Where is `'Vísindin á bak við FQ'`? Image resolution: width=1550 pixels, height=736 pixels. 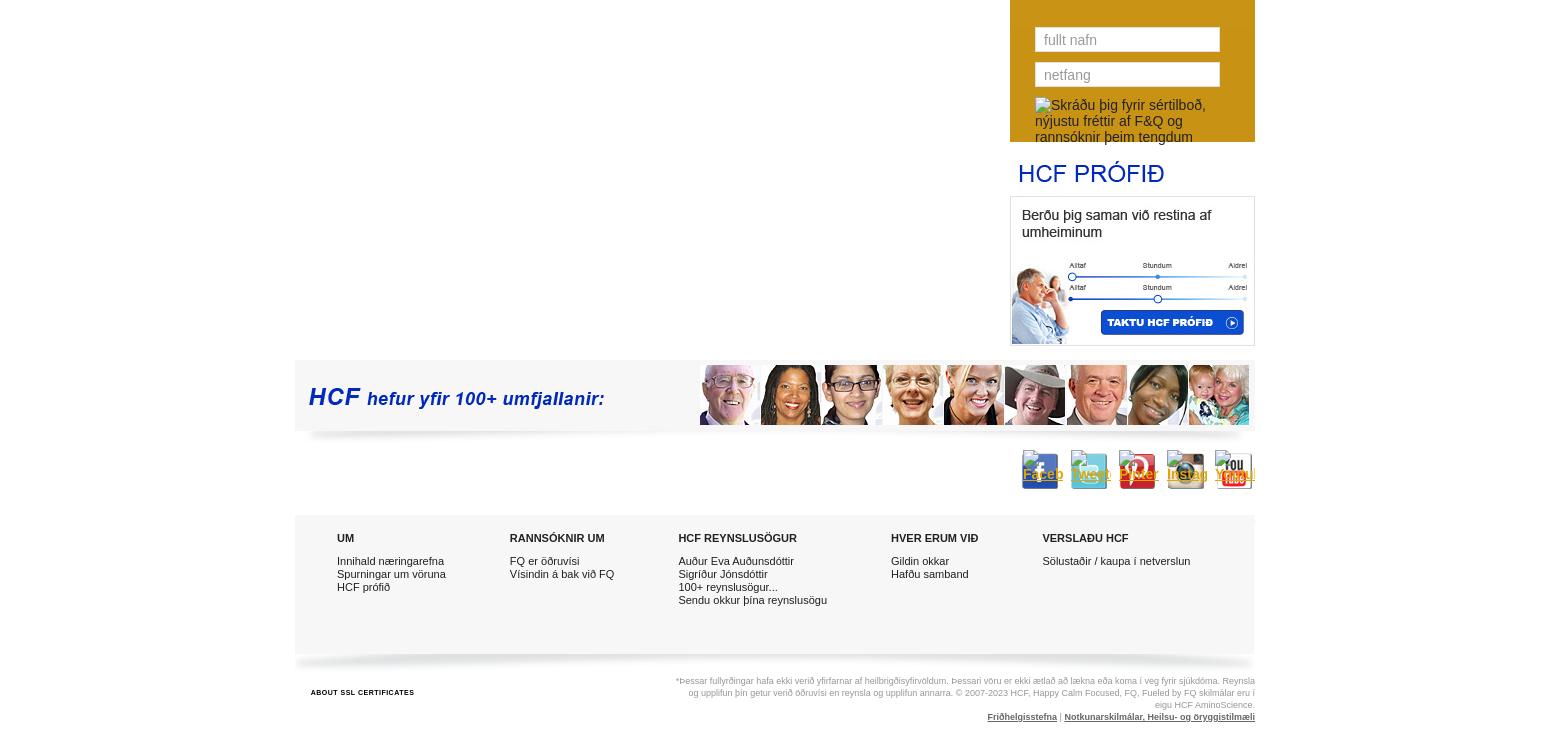 'Vísindin á bak við FQ' is located at coordinates (561, 573).